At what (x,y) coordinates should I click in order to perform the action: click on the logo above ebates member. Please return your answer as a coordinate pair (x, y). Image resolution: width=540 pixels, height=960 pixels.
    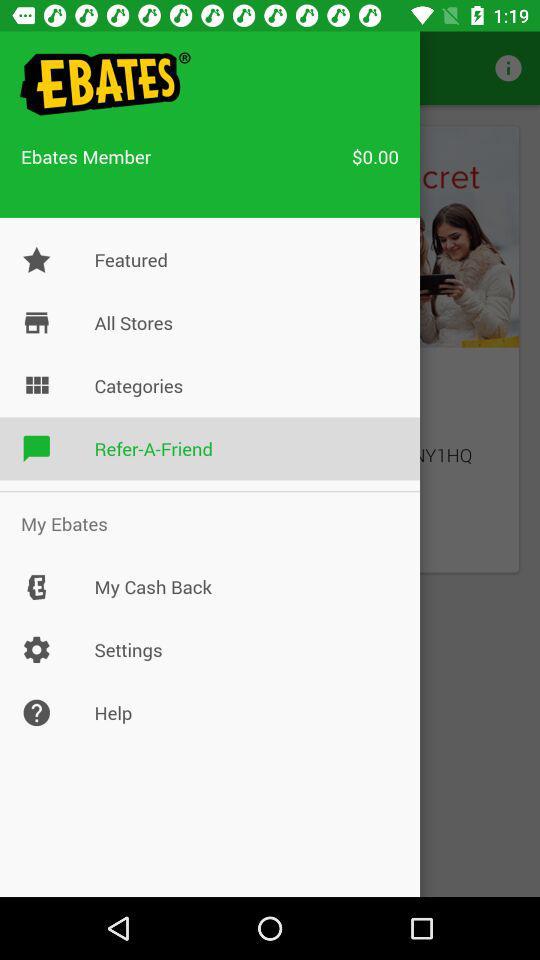
    Looking at the image, I should click on (102, 84).